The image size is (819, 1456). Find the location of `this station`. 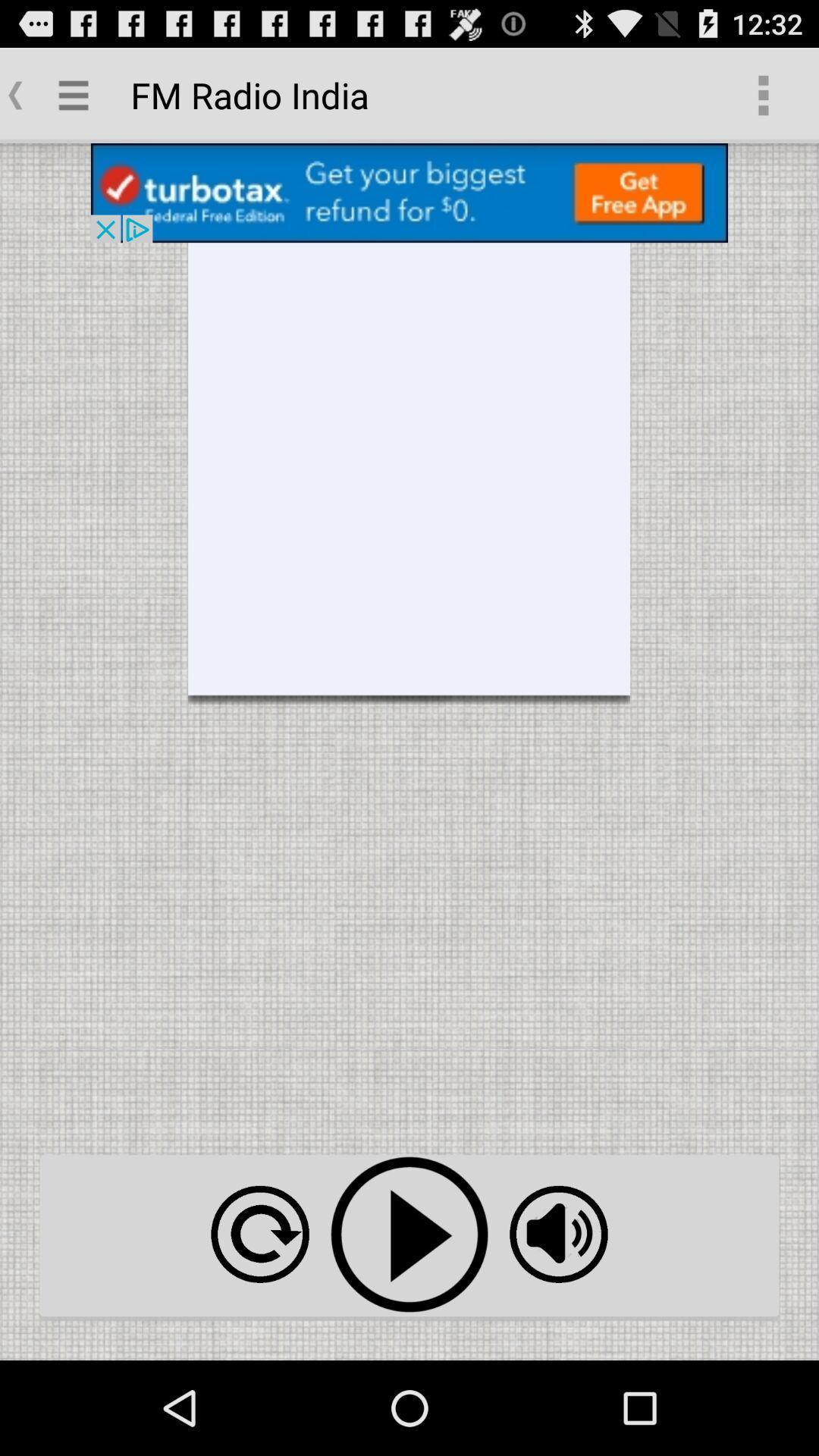

this station is located at coordinates (409, 1235).